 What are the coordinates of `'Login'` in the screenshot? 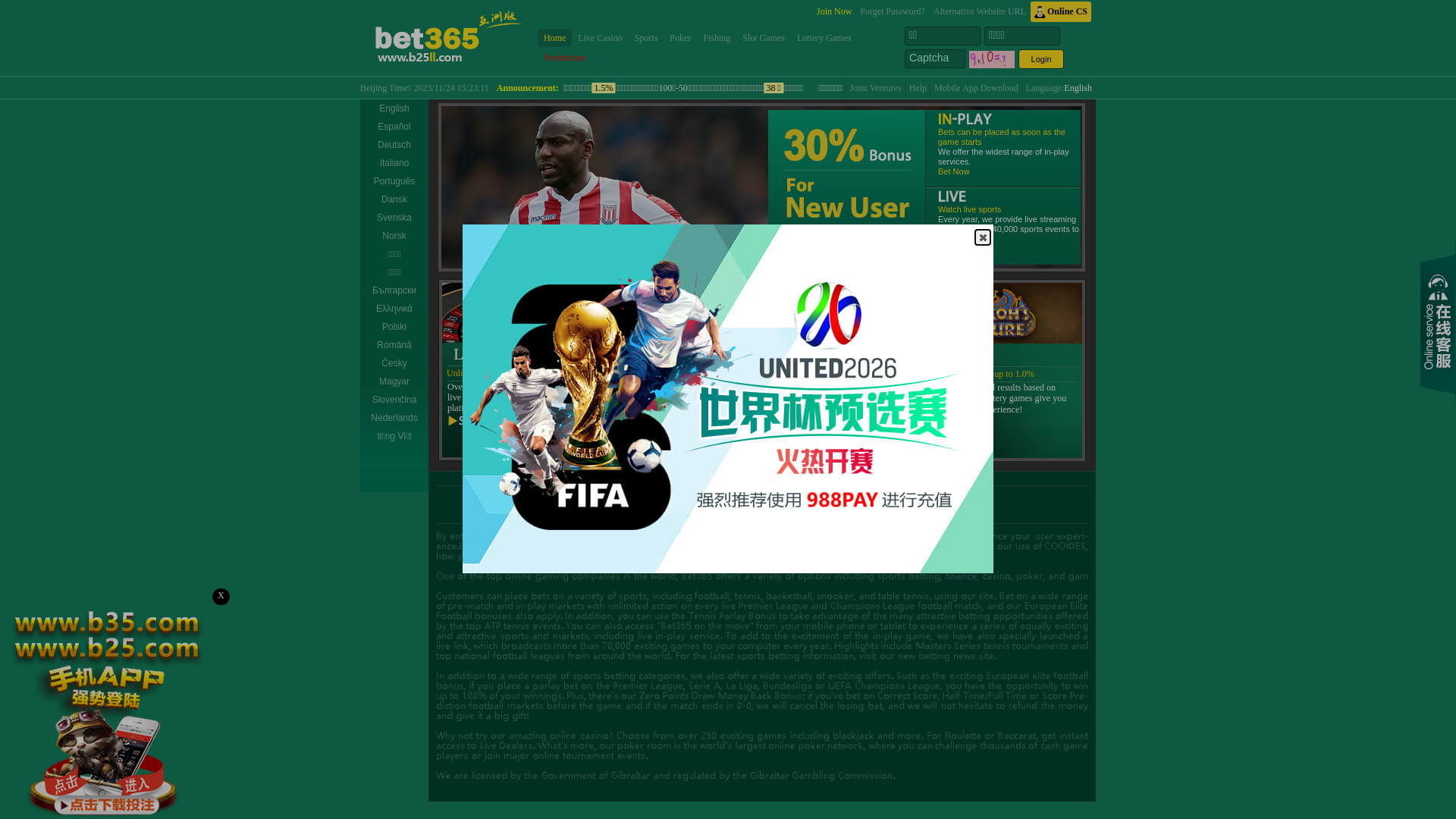 It's located at (1040, 58).